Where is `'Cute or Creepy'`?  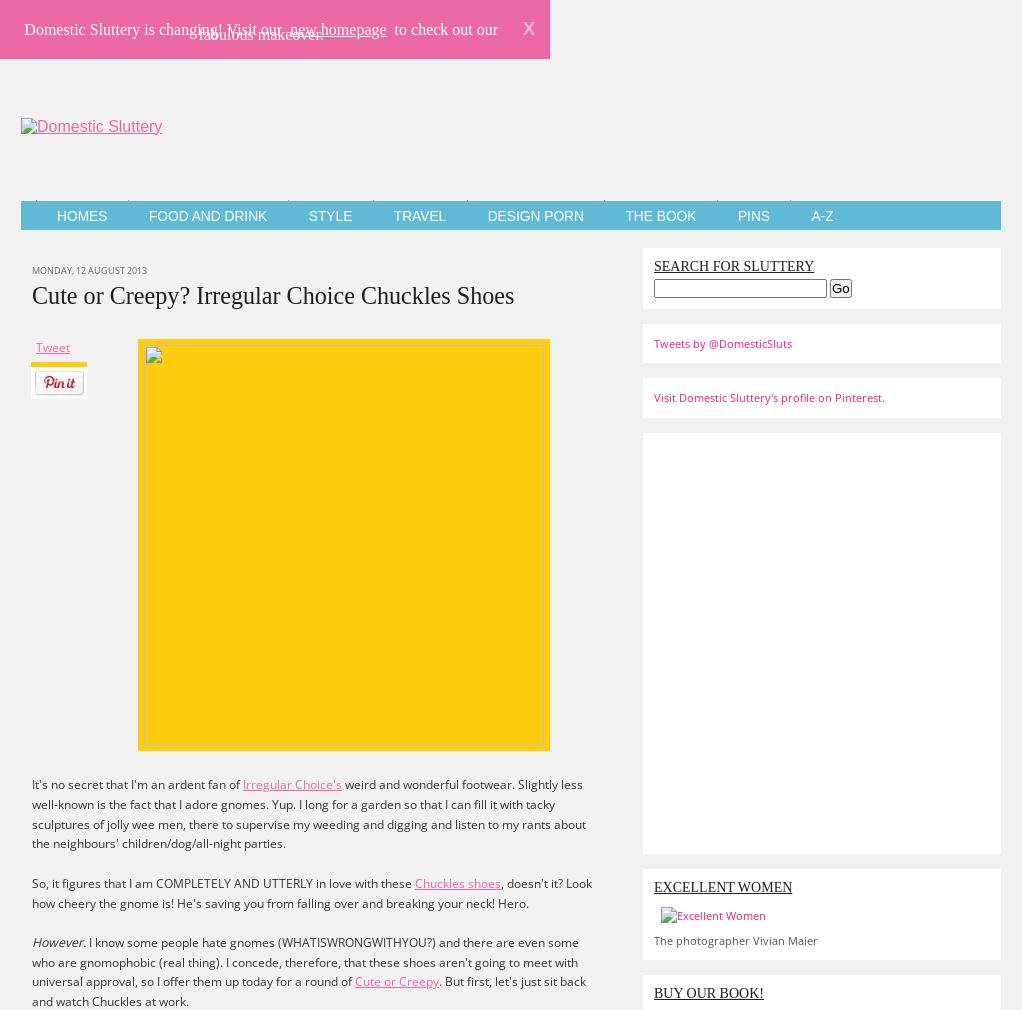 'Cute or Creepy' is located at coordinates (396, 981).